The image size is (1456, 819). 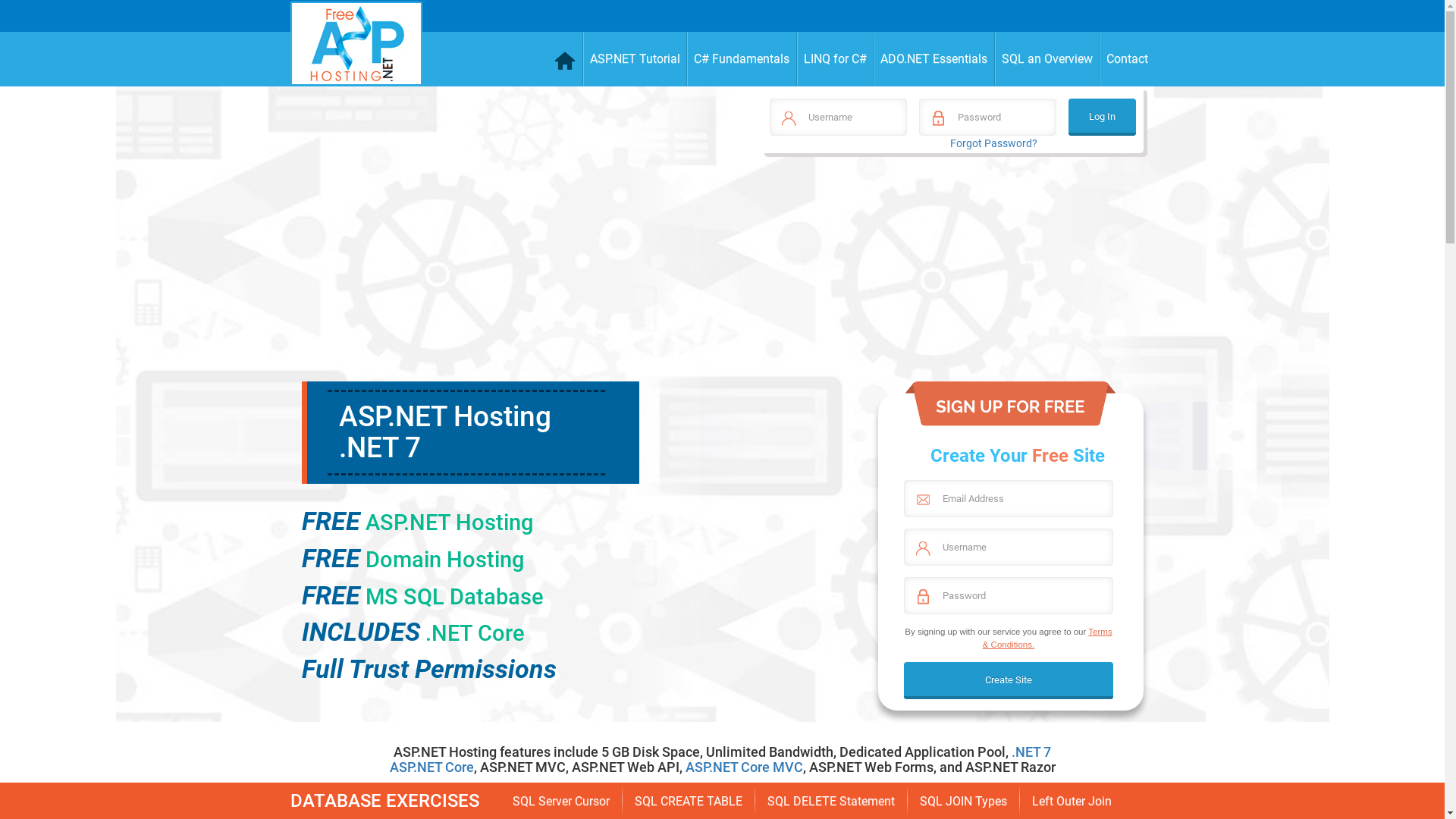 I want to click on 'ASP.NET Core', so click(x=431, y=767).